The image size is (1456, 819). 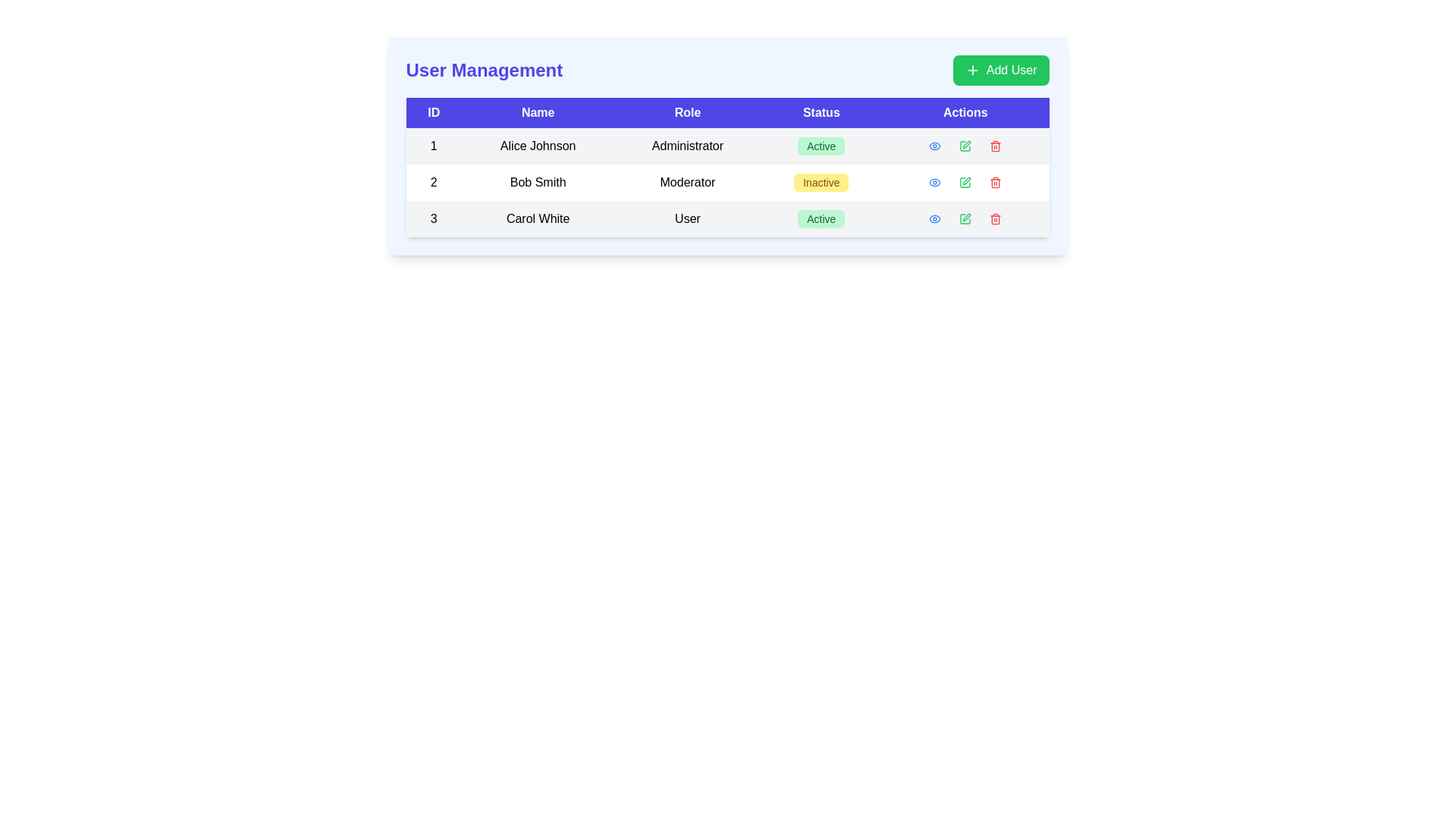 What do you see at coordinates (687, 146) in the screenshot?
I see `the 'Role' cell displaying the information for user 'Alice Johnson' in the first data row of the User Management table` at bounding box center [687, 146].